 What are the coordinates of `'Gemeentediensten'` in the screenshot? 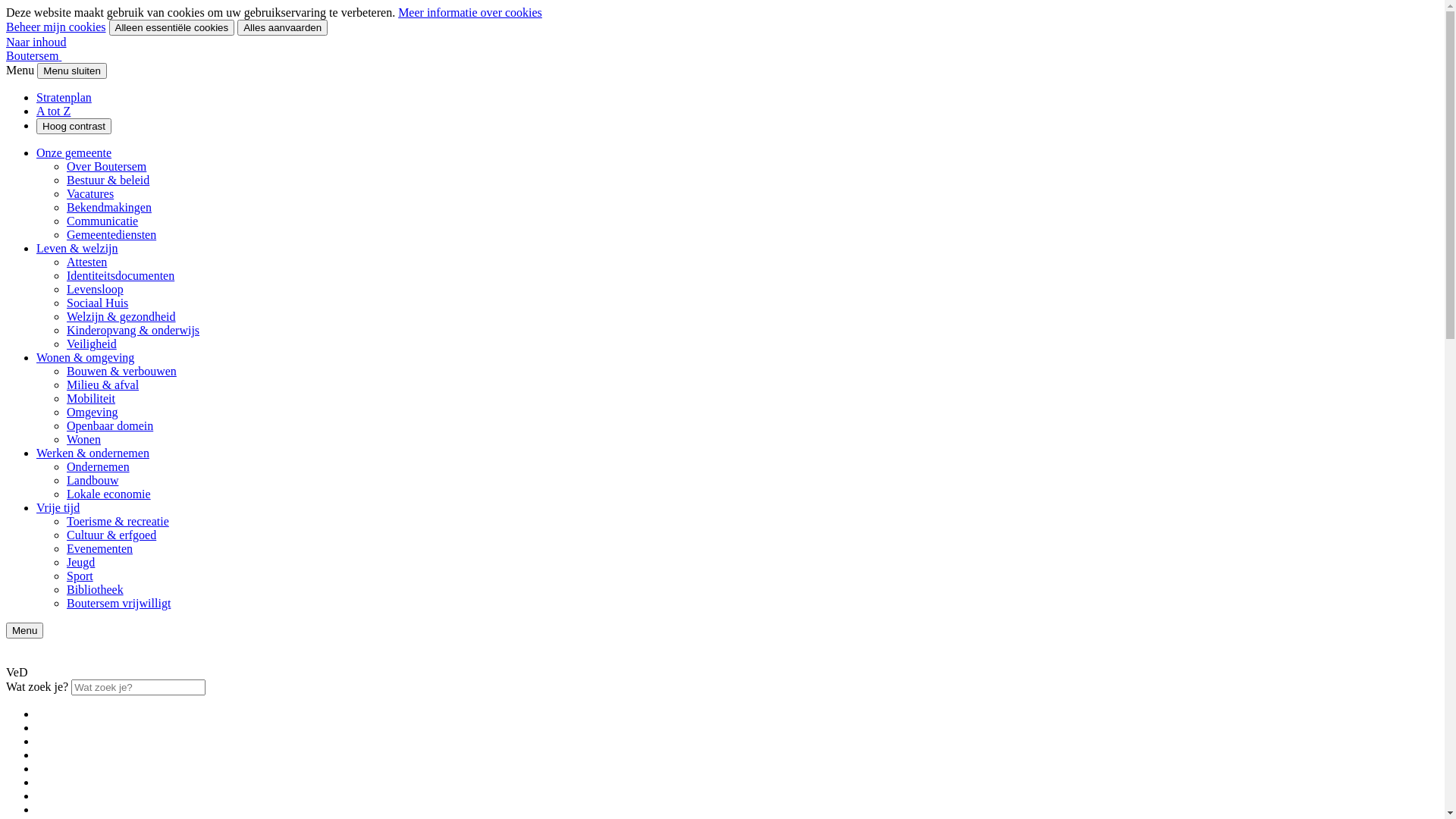 It's located at (111, 234).